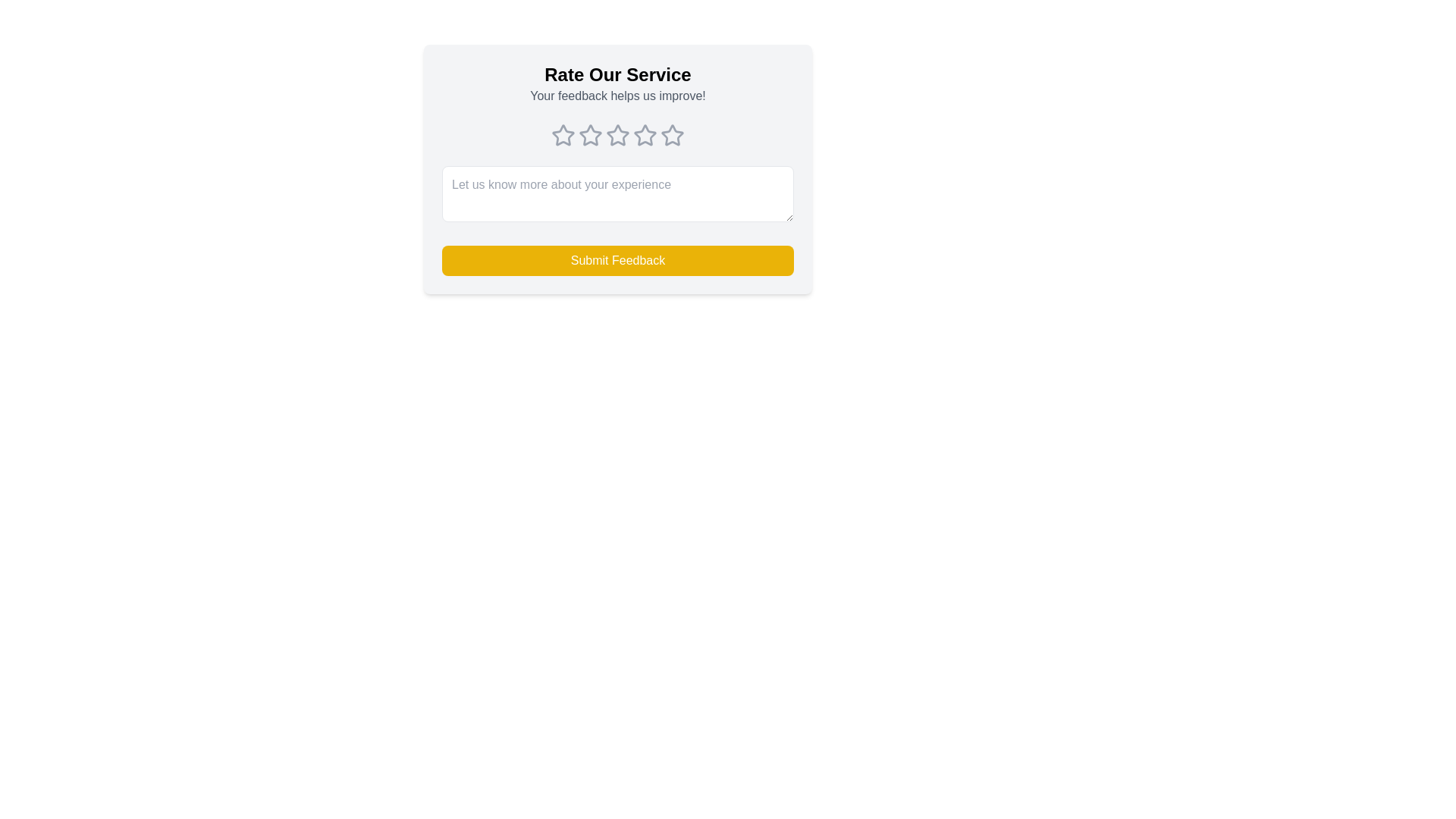 The width and height of the screenshot is (1456, 819). What do you see at coordinates (589, 134) in the screenshot?
I see `the third rating star located below the 'Rate Our Service' heading for interaction feedback` at bounding box center [589, 134].